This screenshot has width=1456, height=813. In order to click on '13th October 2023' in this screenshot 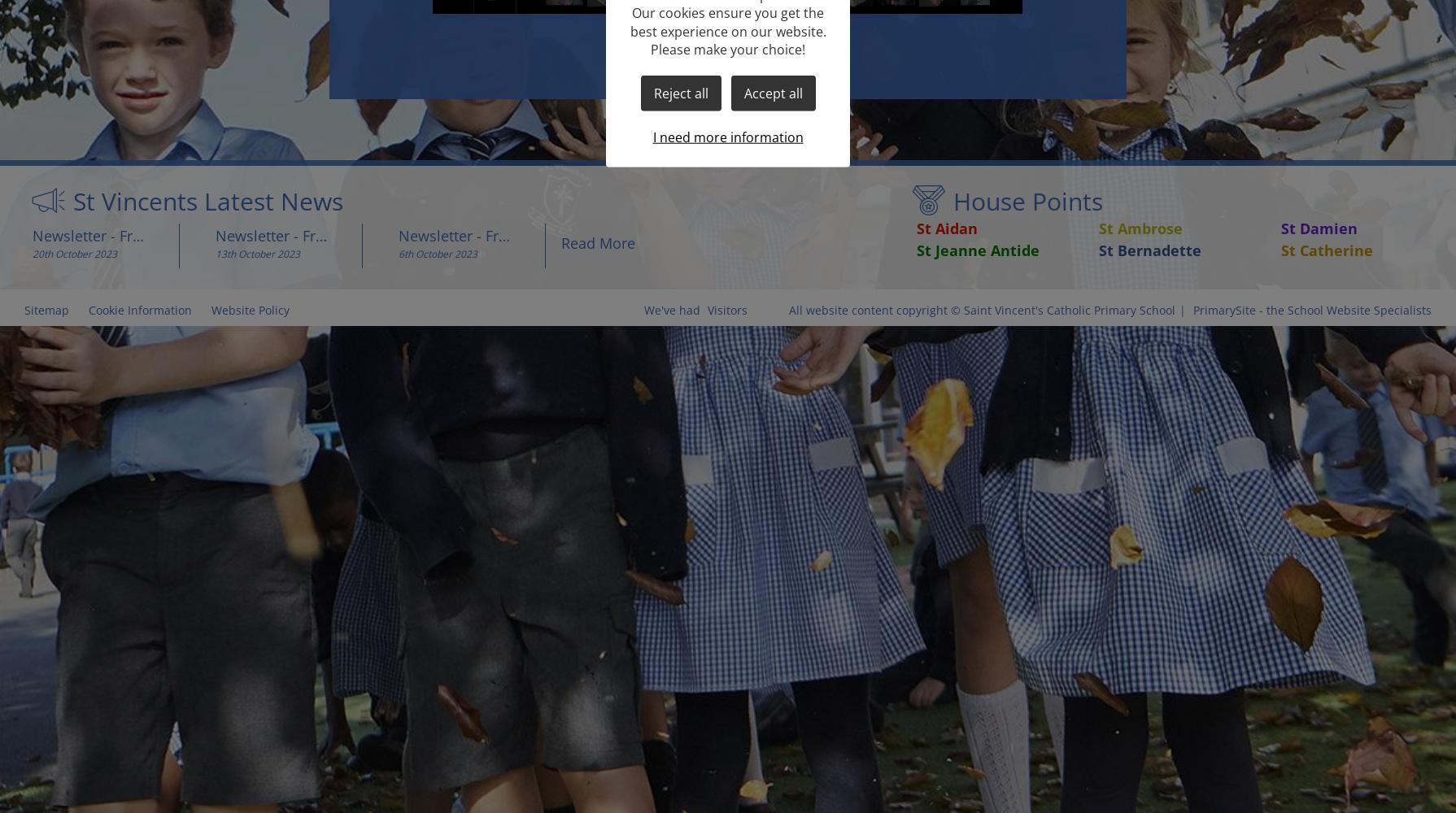, I will do `click(258, 254)`.